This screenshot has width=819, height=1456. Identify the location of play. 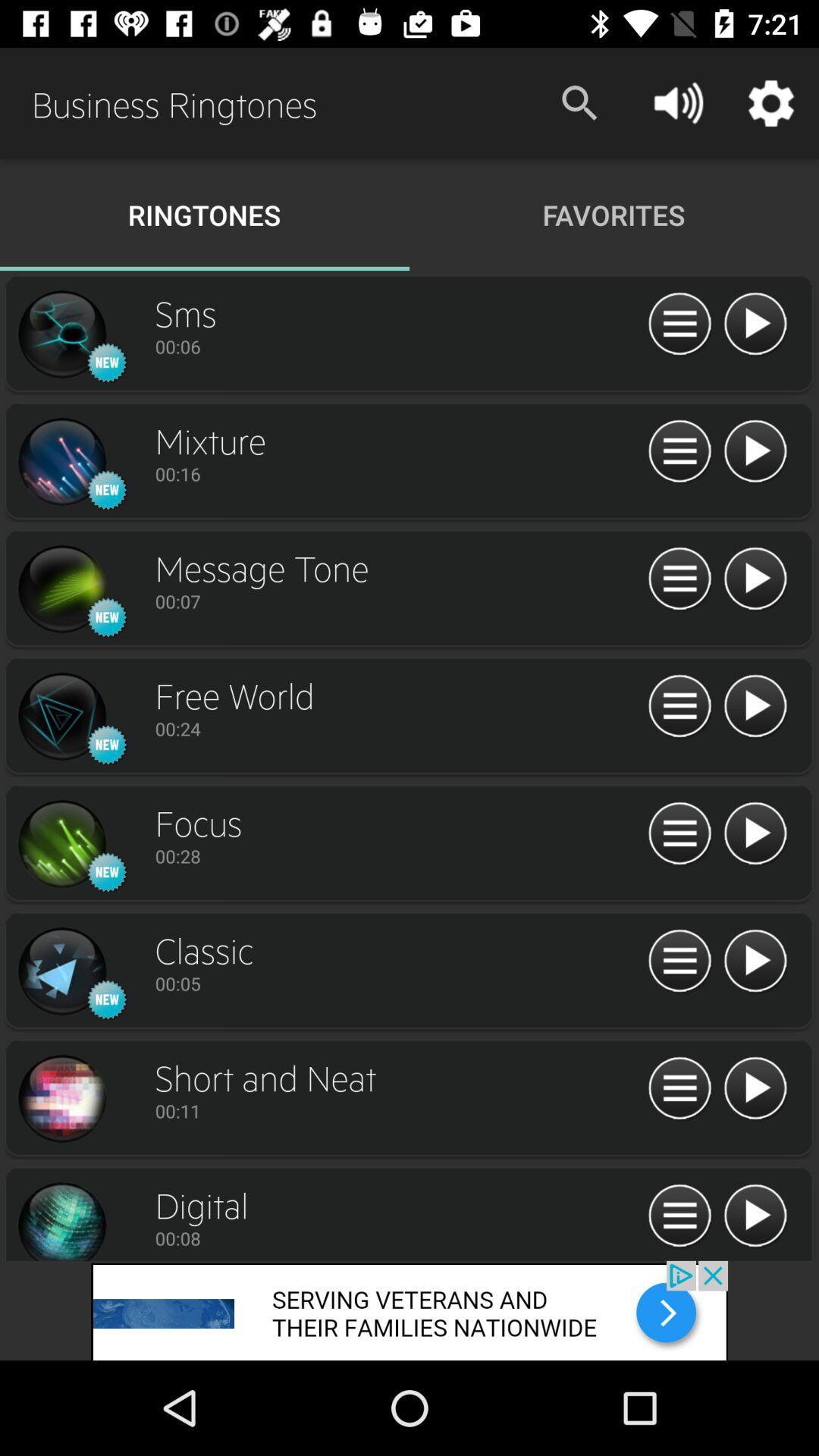
(755, 833).